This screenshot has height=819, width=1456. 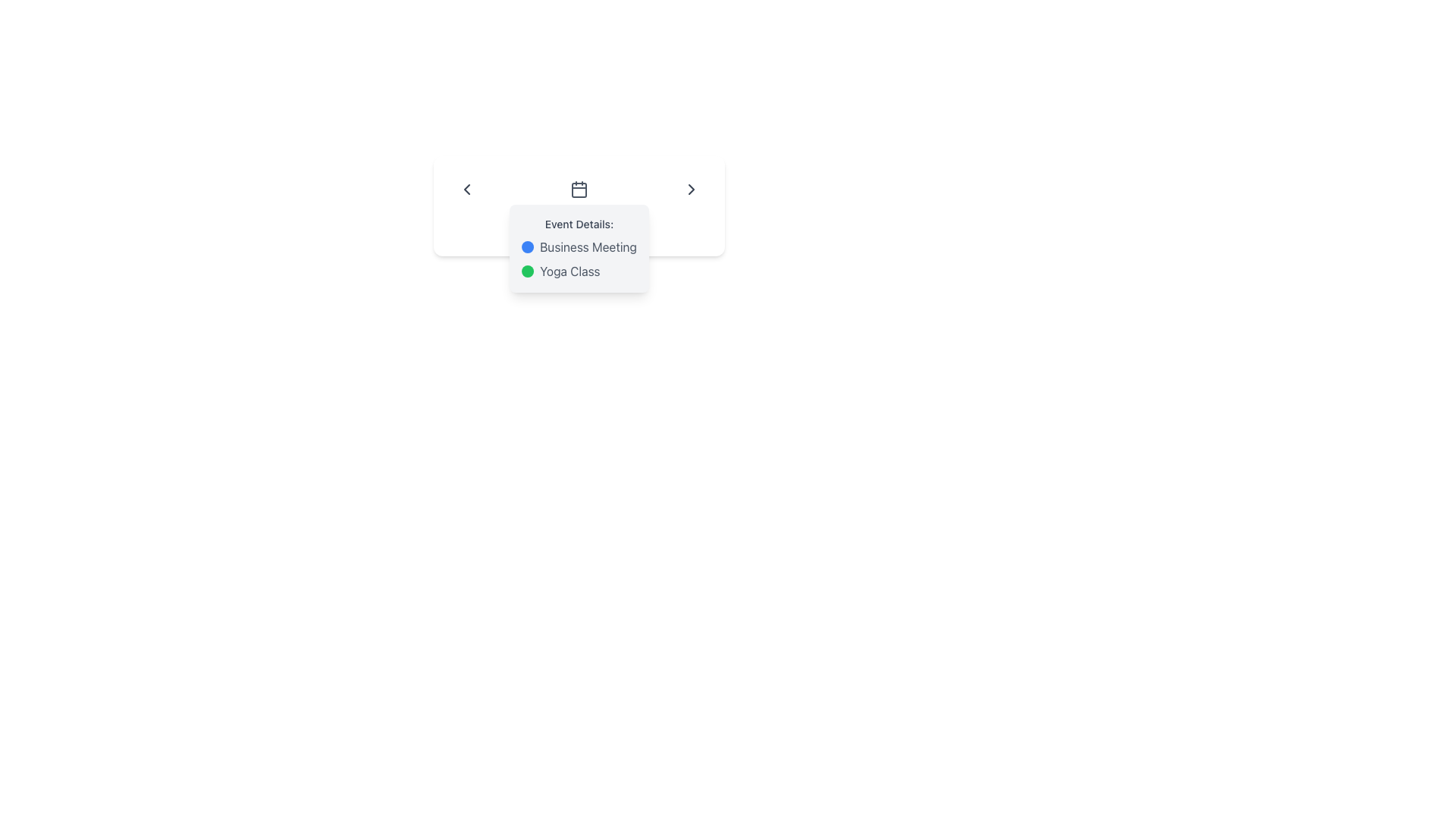 I want to click on the label indicating the 'Yoga Class' event, which is the second item in a vertical list of events, marked by a green circular icon next to it, so click(x=578, y=271).